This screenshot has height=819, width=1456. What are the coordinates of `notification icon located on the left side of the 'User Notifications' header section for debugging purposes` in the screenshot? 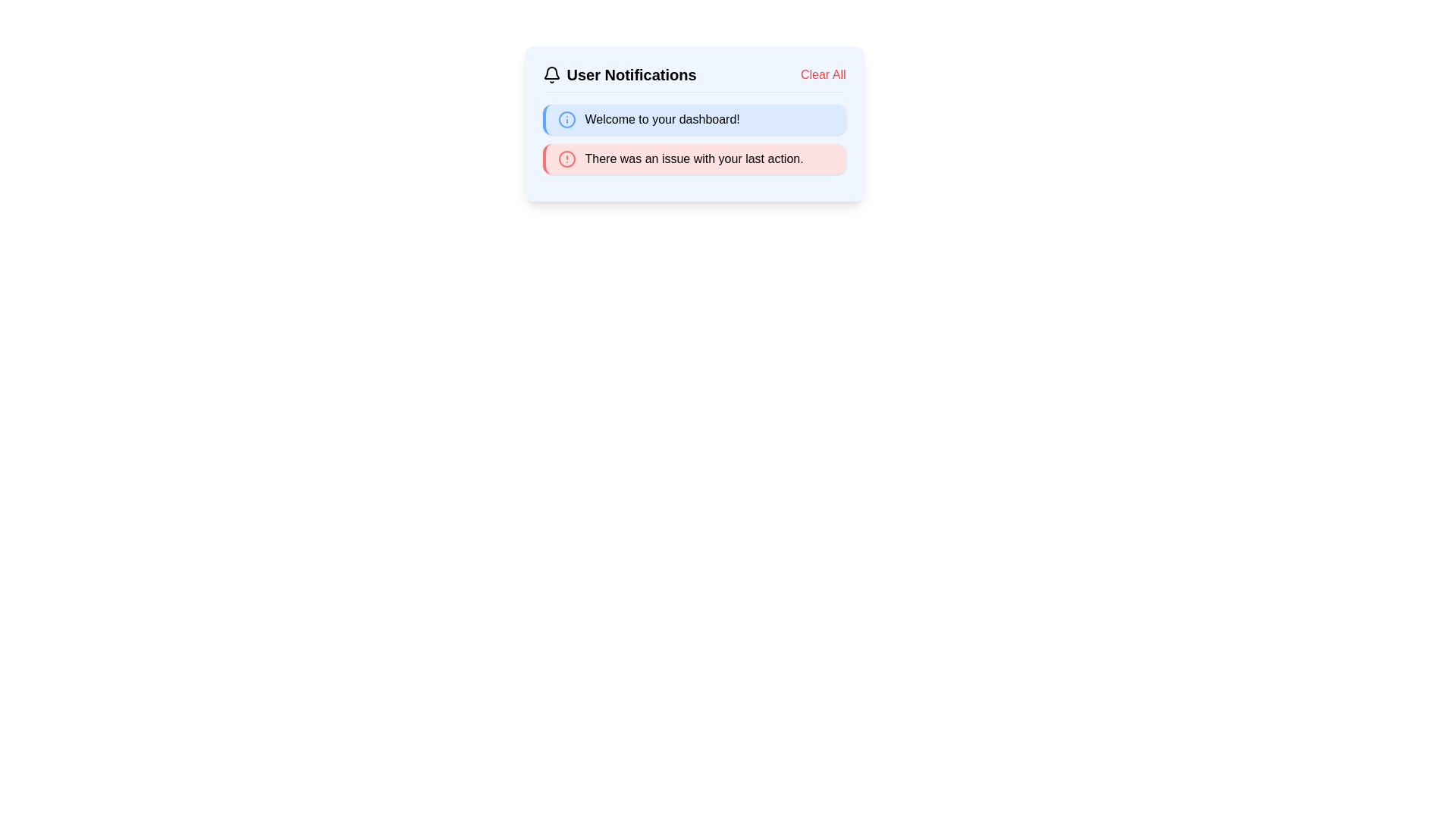 It's located at (551, 75).